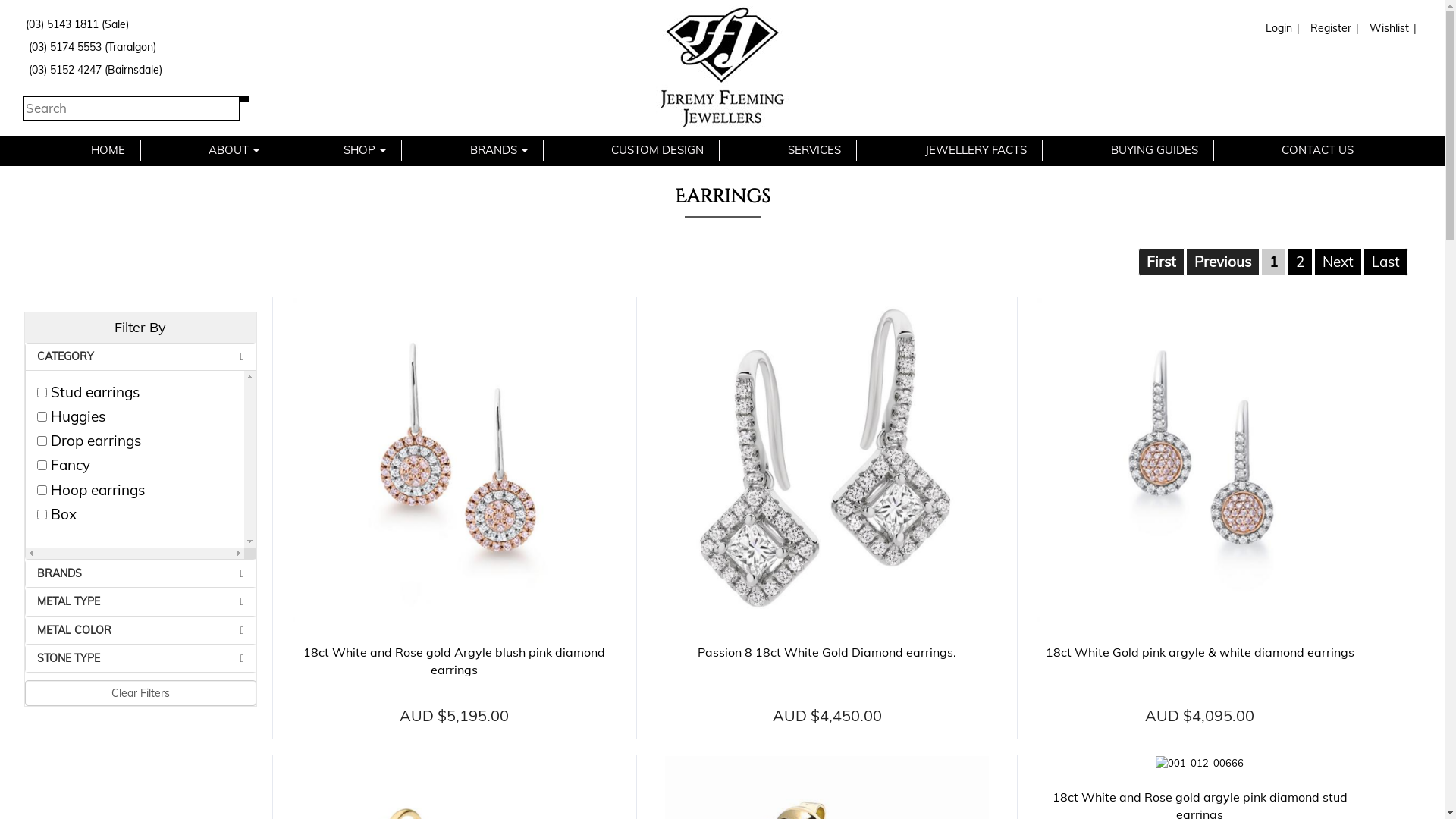 The height and width of the screenshot is (819, 1456). What do you see at coordinates (1273, 260) in the screenshot?
I see `'1'` at bounding box center [1273, 260].